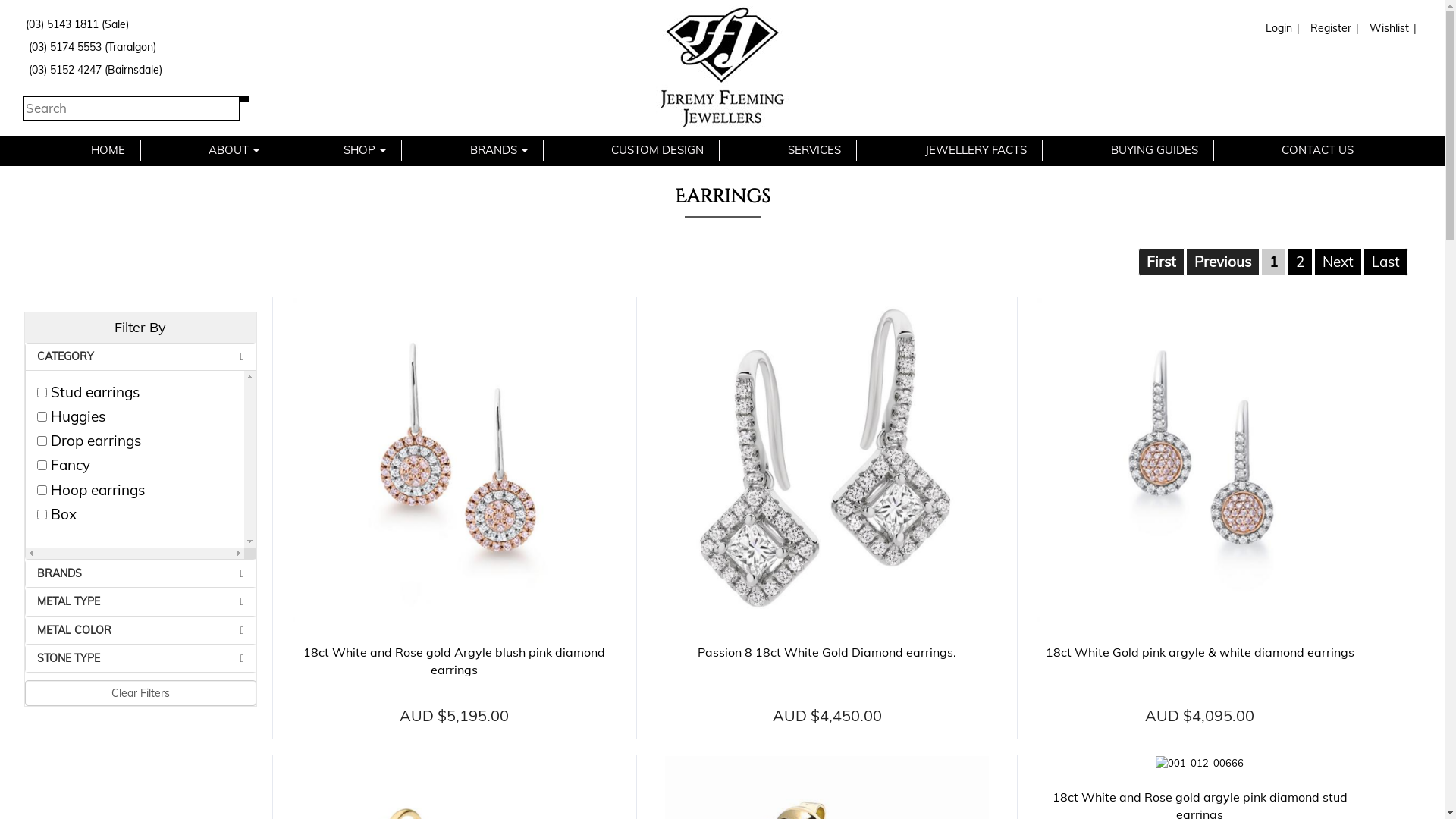 The height and width of the screenshot is (819, 1456). What do you see at coordinates (1273, 260) in the screenshot?
I see `'1'` at bounding box center [1273, 260].